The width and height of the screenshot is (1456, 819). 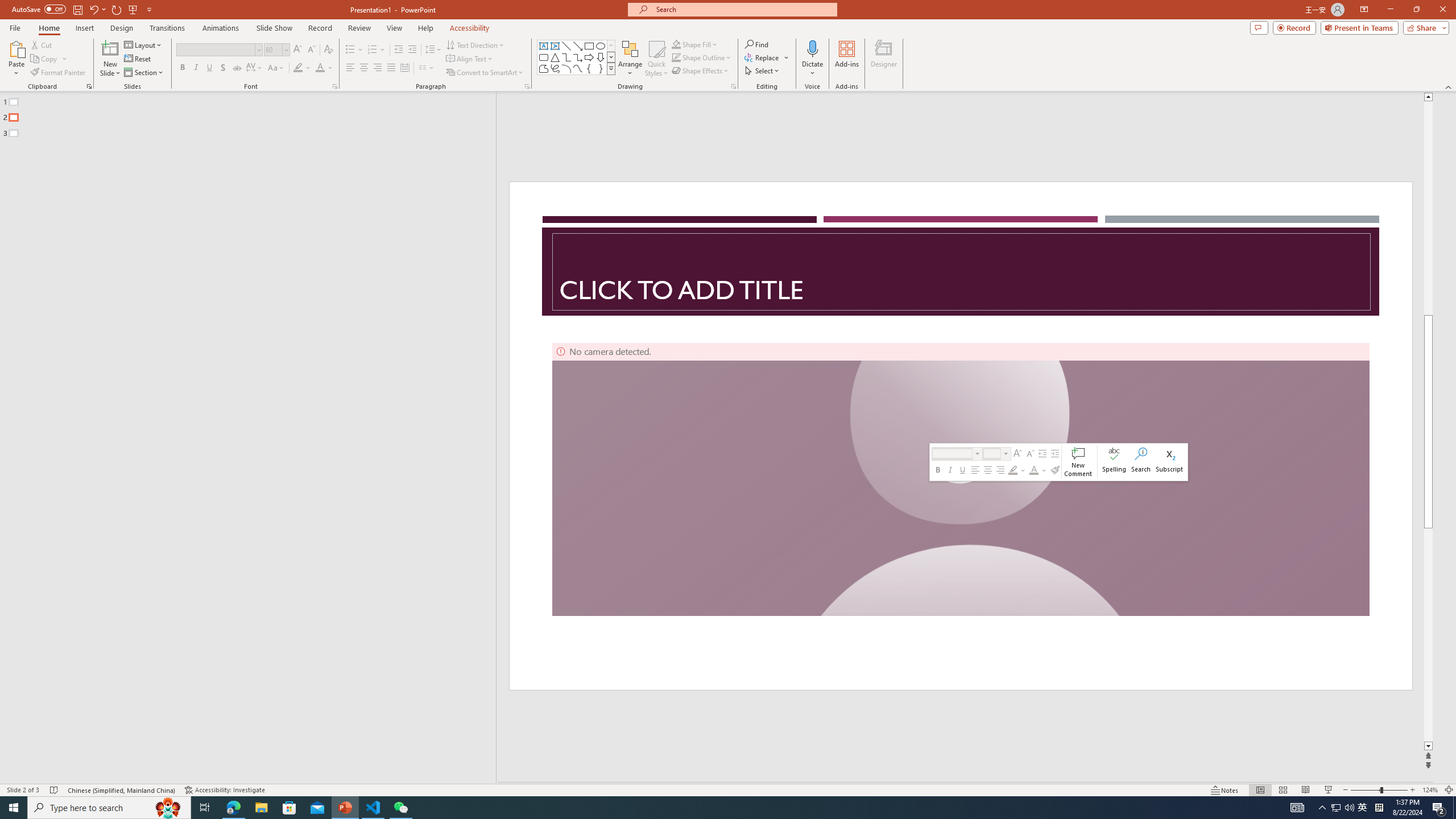 I want to click on 'Strikethrough', so click(x=237, y=67).